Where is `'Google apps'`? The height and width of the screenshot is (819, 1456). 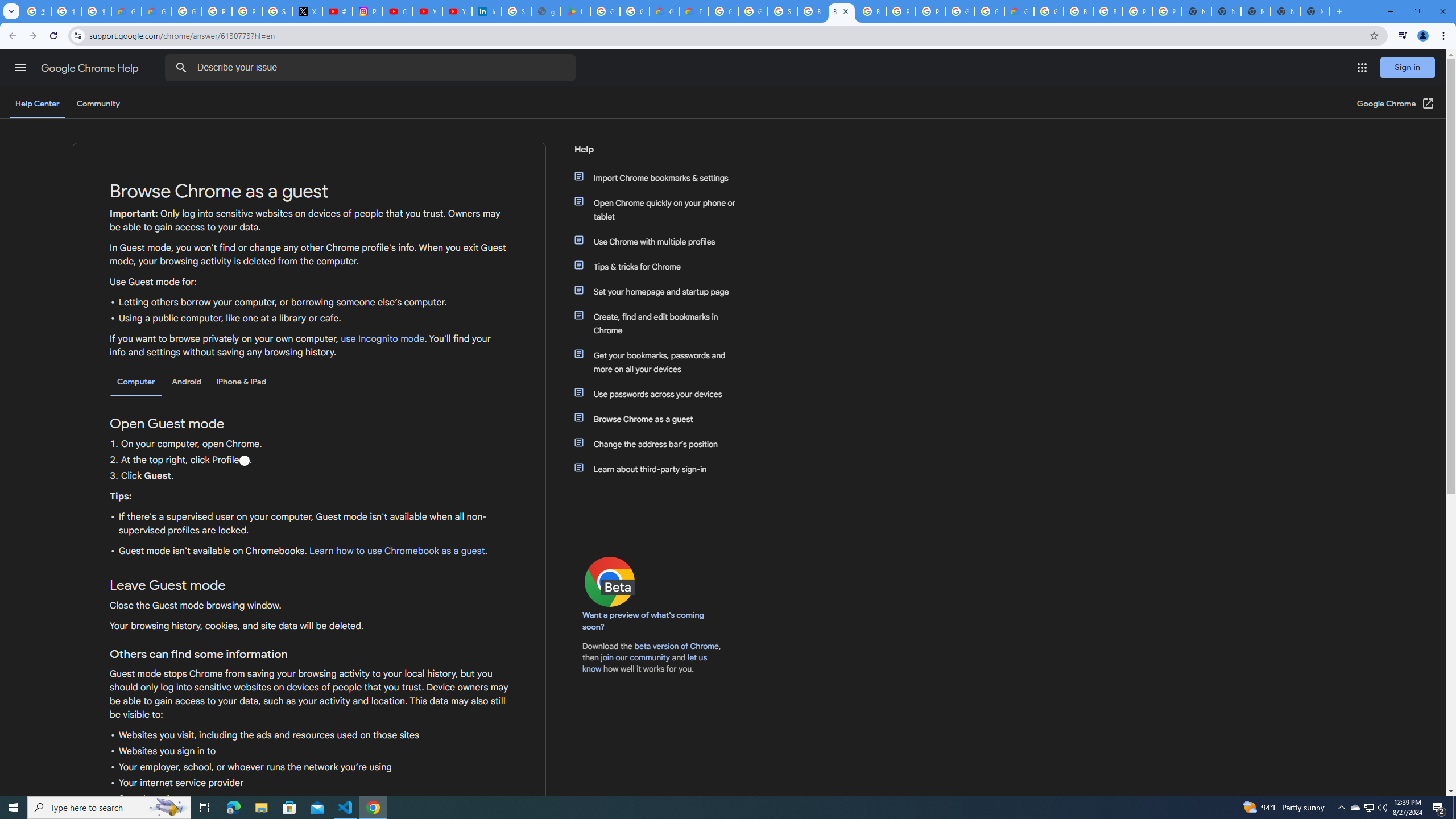
'Google apps' is located at coordinates (1361, 67).